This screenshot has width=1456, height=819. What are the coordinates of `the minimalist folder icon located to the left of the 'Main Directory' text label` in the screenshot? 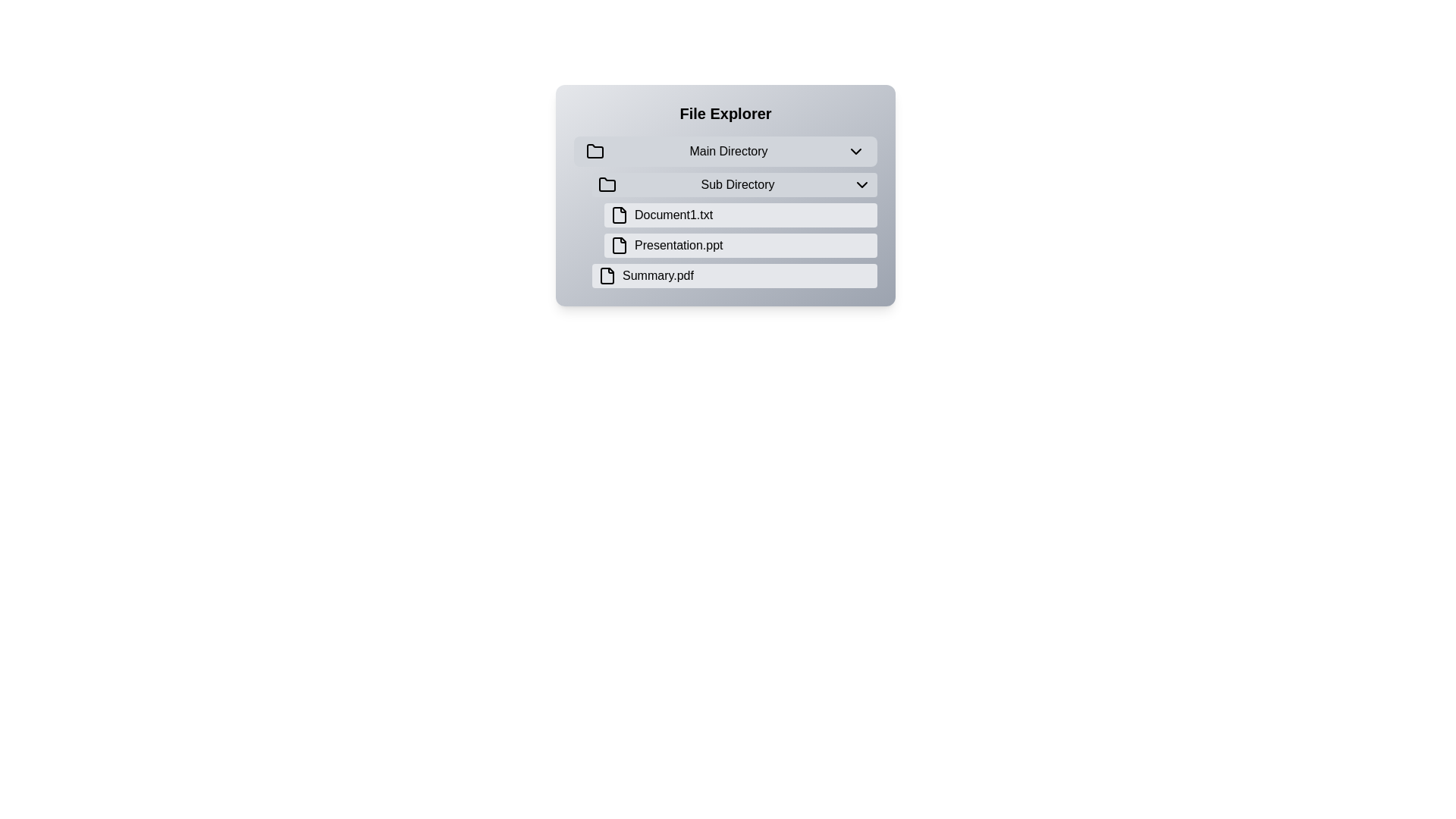 It's located at (595, 152).